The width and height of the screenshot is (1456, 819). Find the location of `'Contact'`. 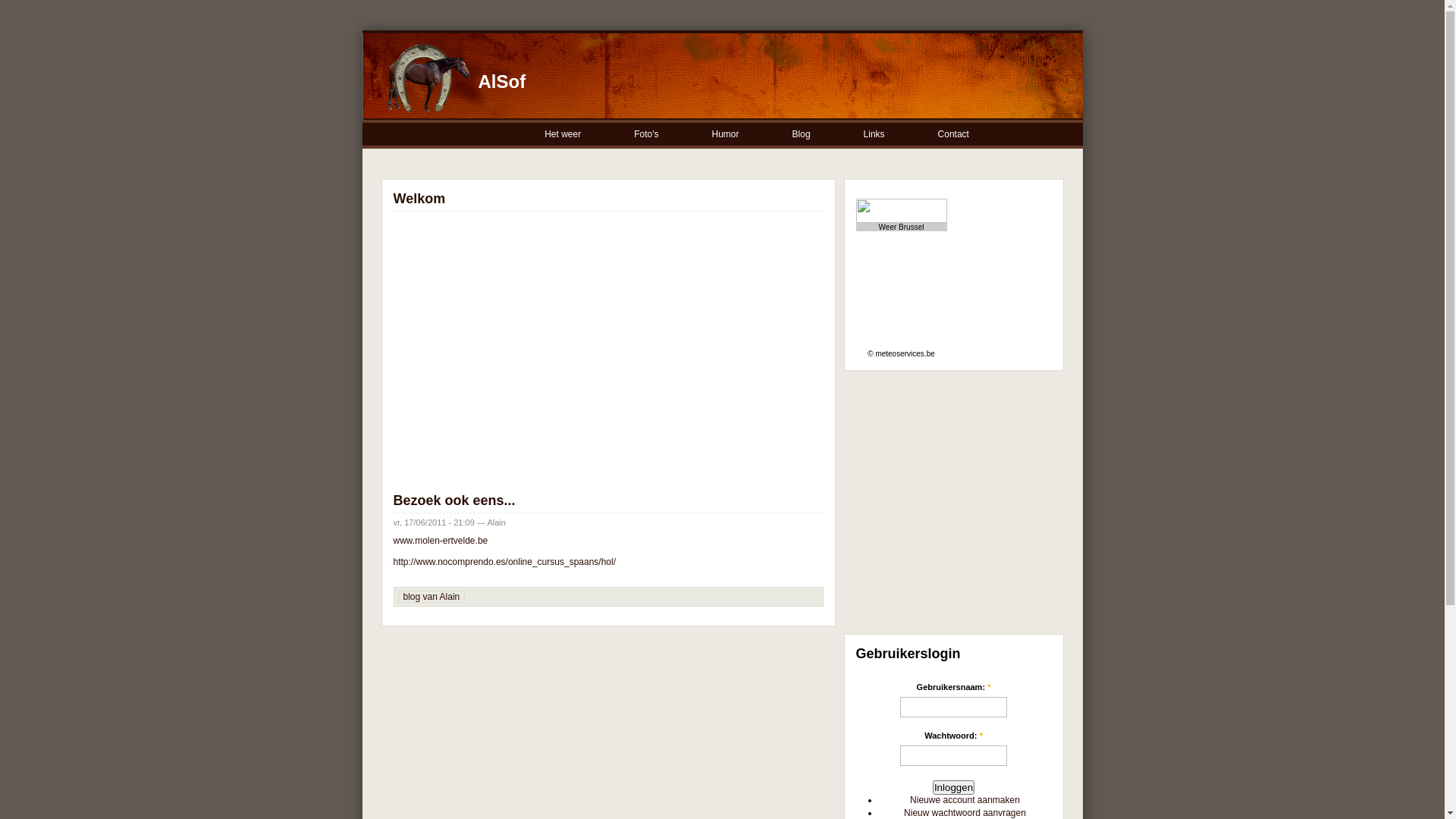

'Contact' is located at coordinates (953, 133).